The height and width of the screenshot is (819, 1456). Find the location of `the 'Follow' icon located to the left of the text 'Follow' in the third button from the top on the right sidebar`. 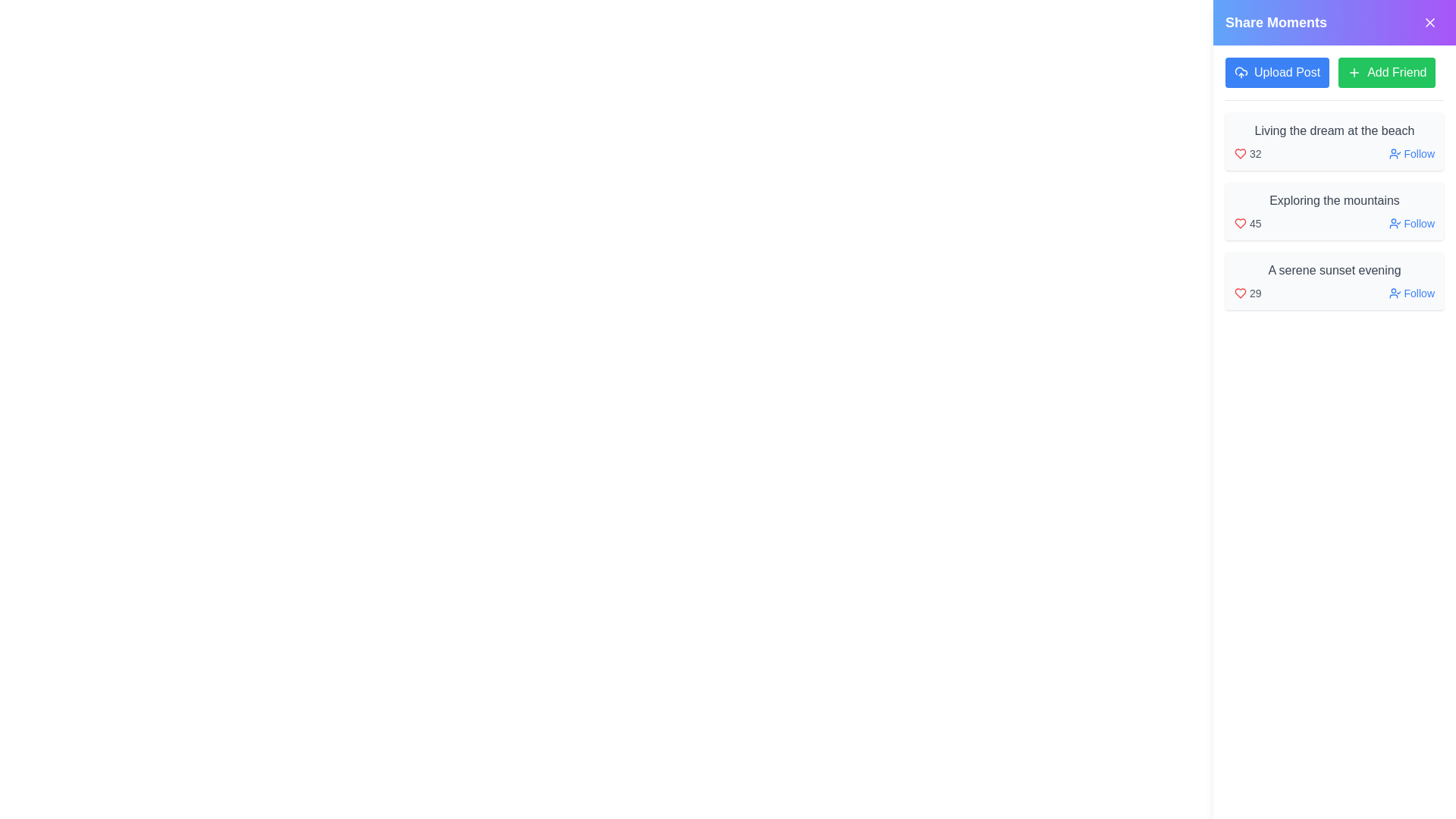

the 'Follow' icon located to the left of the text 'Follow' in the third button from the top on the right sidebar is located at coordinates (1395, 293).